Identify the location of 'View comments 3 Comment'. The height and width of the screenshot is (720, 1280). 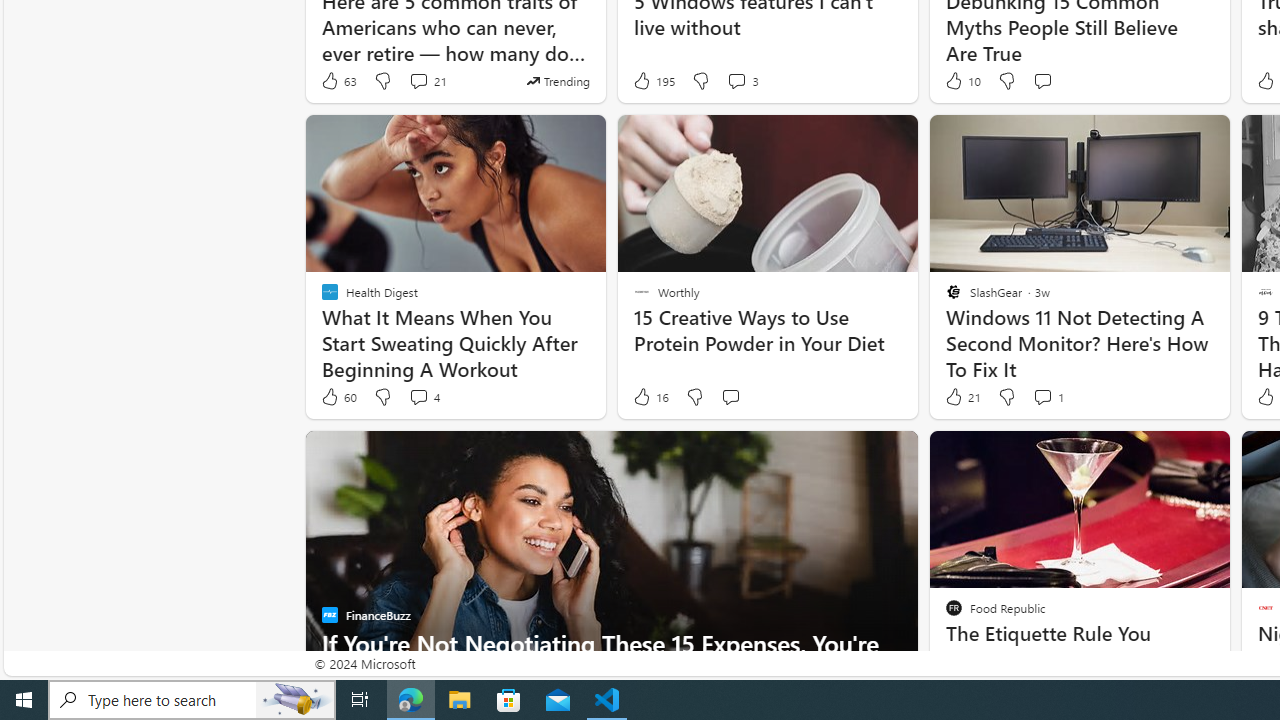
(735, 80).